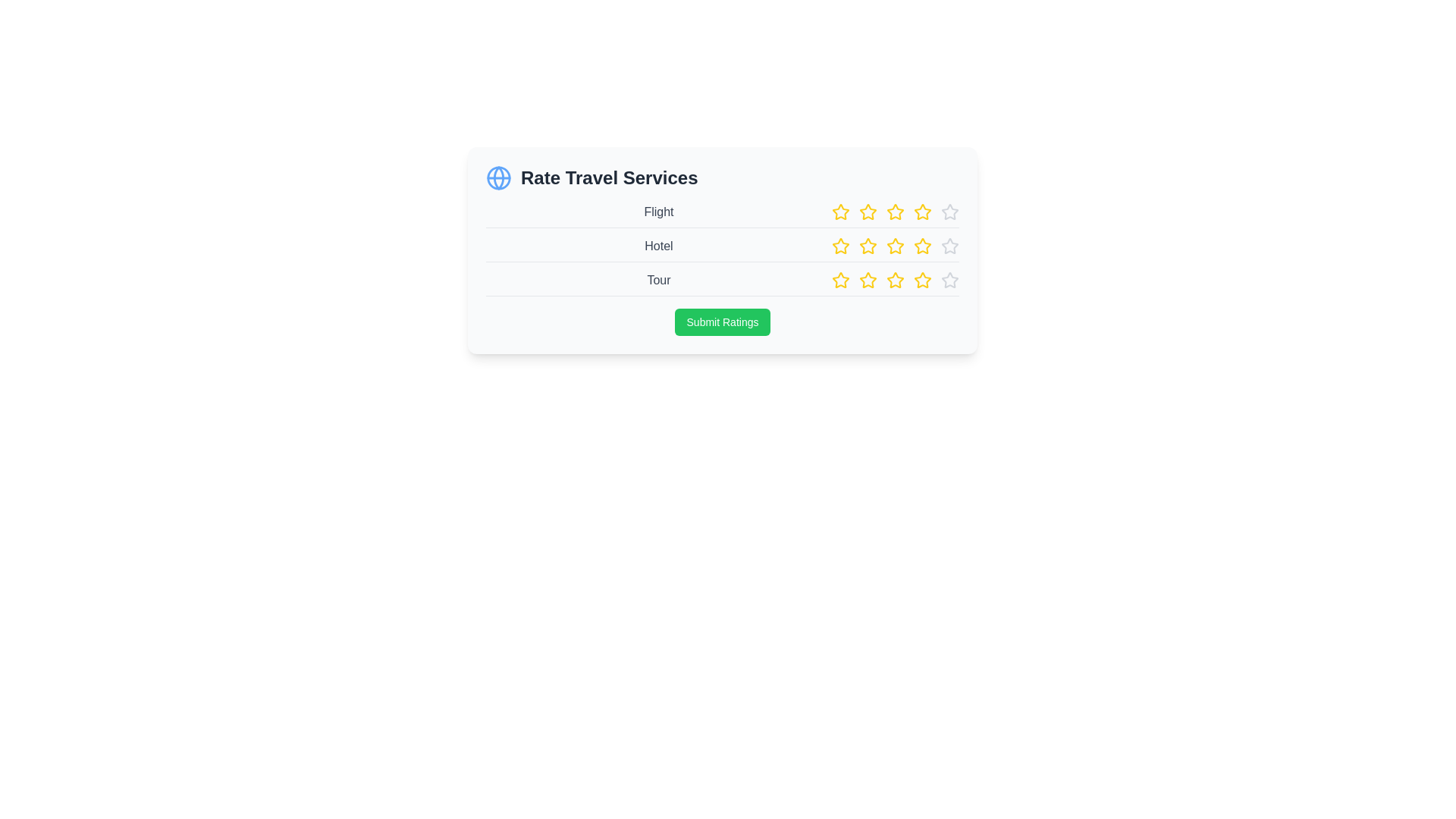 Image resolution: width=1456 pixels, height=819 pixels. What do you see at coordinates (839, 280) in the screenshot?
I see `the fourth star in the Tour rating row` at bounding box center [839, 280].